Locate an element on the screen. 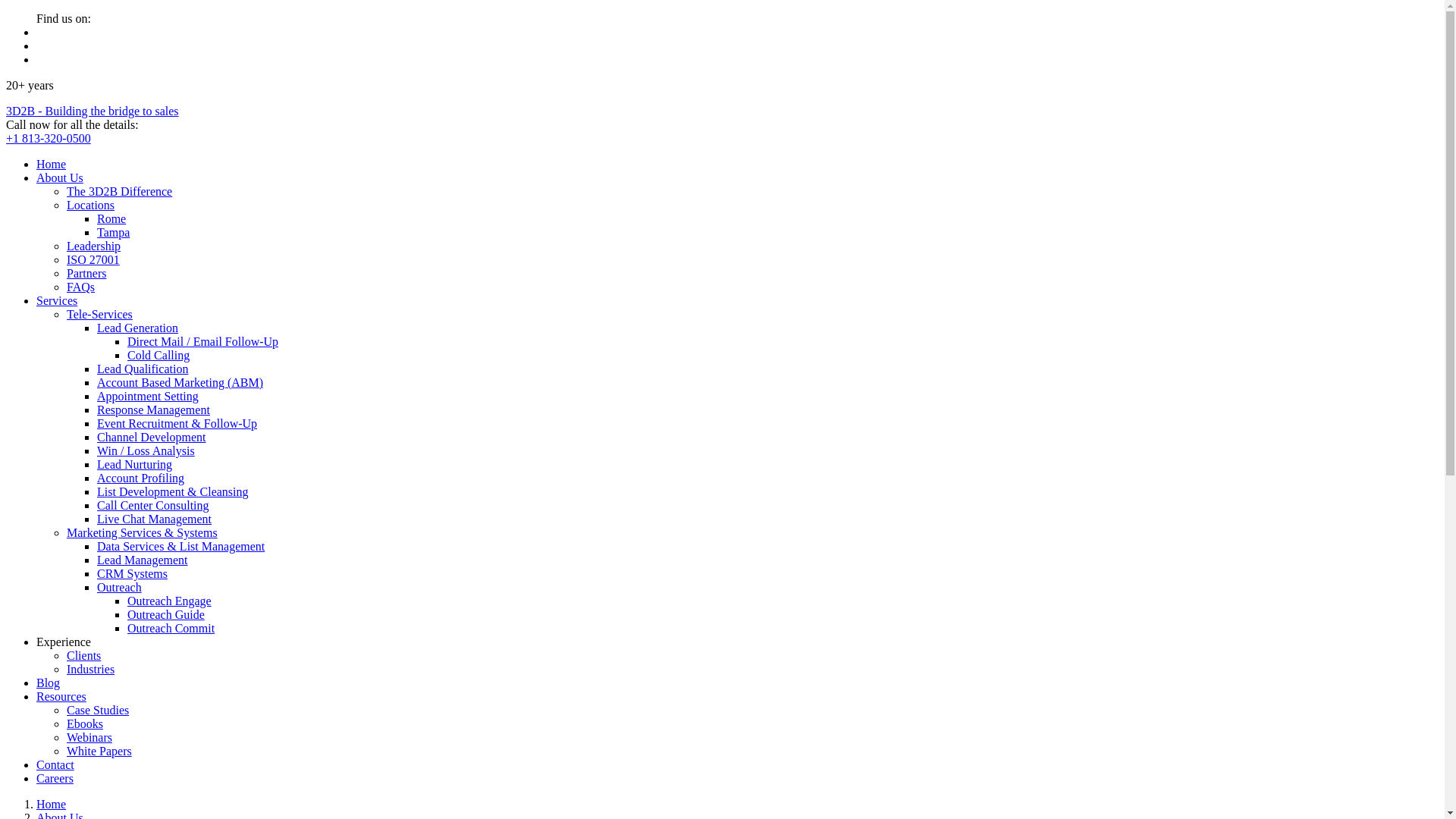 Image resolution: width=1456 pixels, height=819 pixels. 'Resources' is located at coordinates (61, 696).